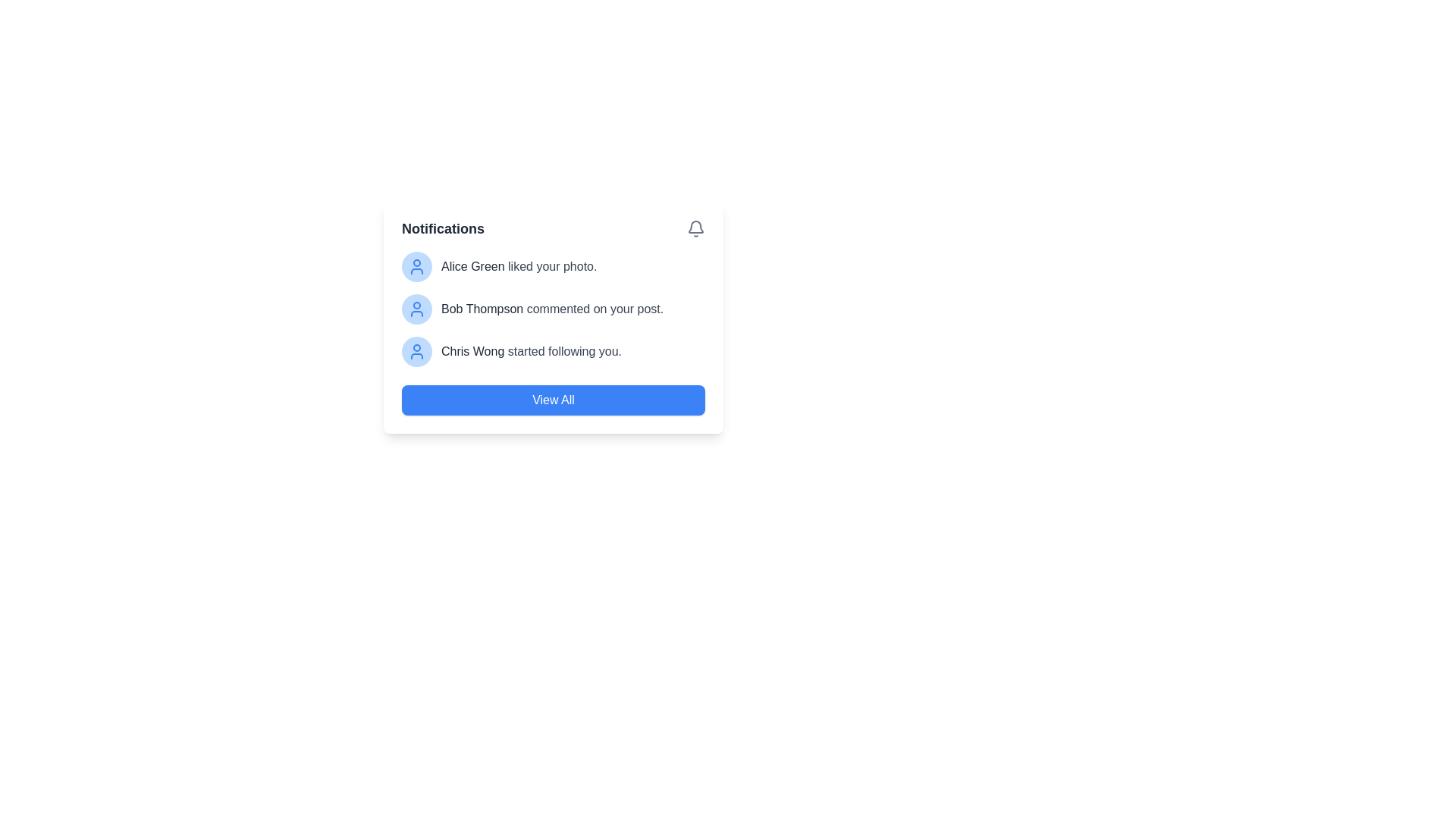 The width and height of the screenshot is (1456, 819). What do you see at coordinates (552, 400) in the screenshot?
I see `the 'View All' button, which is a rectangular button with rounded corners, a solid blue background, and white text centered inside it, located at the bottom of a notification panel` at bounding box center [552, 400].